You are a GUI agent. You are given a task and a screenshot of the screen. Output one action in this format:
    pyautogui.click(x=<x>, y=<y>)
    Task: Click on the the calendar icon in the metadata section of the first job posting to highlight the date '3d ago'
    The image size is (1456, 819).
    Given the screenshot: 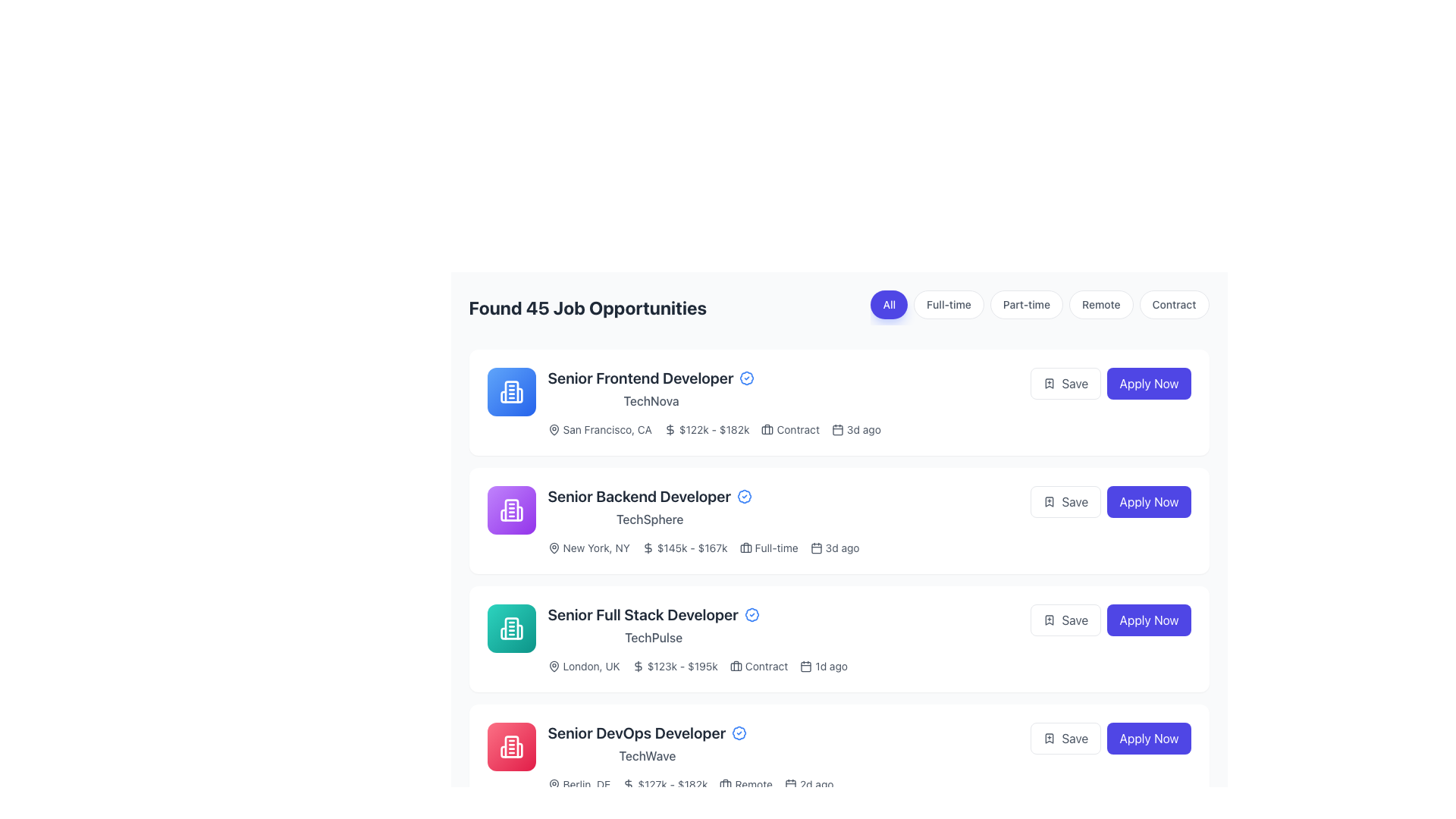 What is the action you would take?
    pyautogui.click(x=856, y=430)
    